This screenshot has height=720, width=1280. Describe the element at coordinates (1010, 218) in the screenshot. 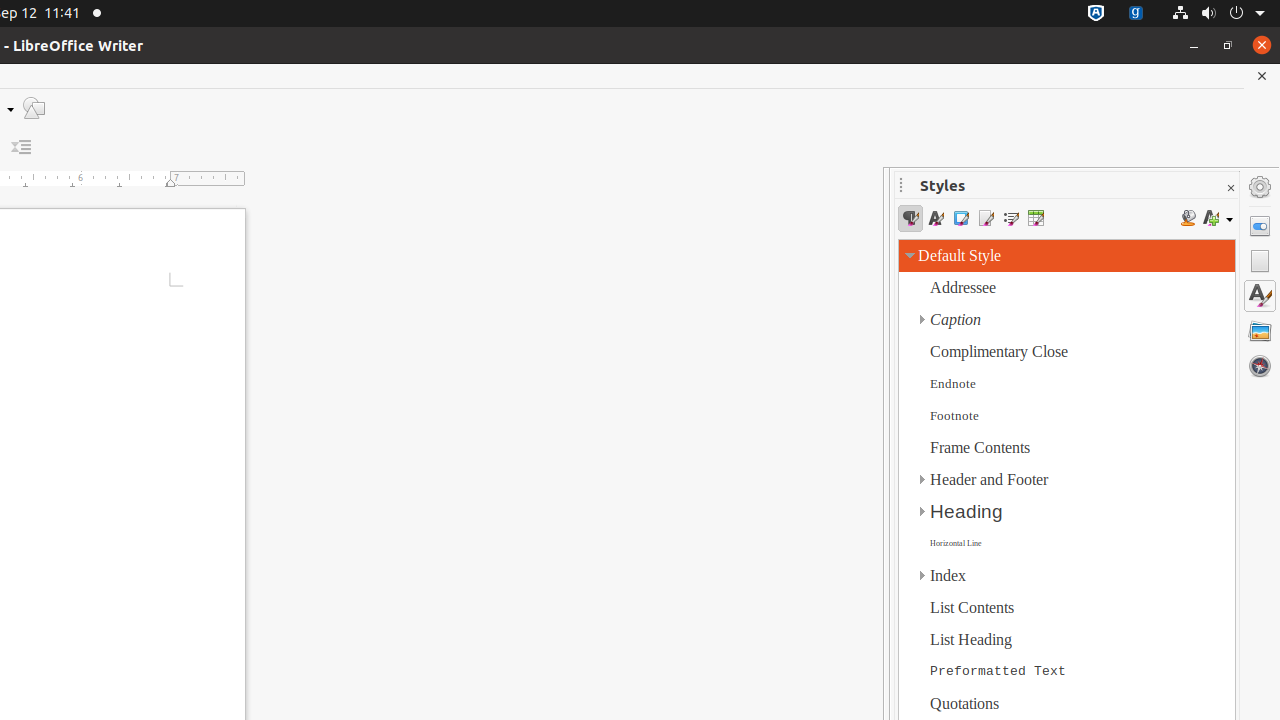

I see `'List Styles'` at that location.